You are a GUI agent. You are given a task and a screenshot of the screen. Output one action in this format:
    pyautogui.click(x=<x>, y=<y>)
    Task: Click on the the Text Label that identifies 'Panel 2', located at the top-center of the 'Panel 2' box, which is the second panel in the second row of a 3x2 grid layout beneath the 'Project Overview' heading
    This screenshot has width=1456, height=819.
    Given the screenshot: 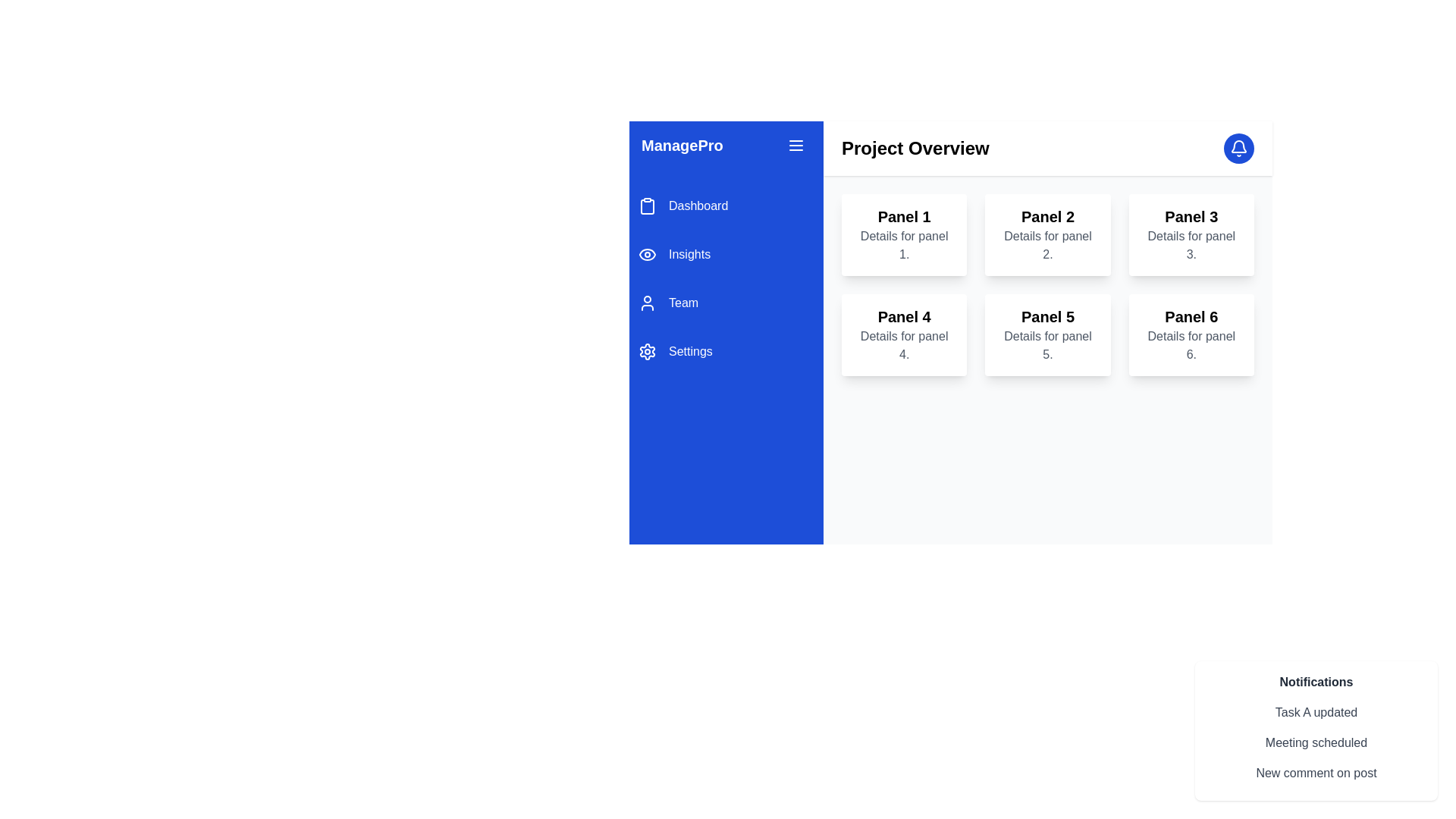 What is the action you would take?
    pyautogui.click(x=1047, y=216)
    